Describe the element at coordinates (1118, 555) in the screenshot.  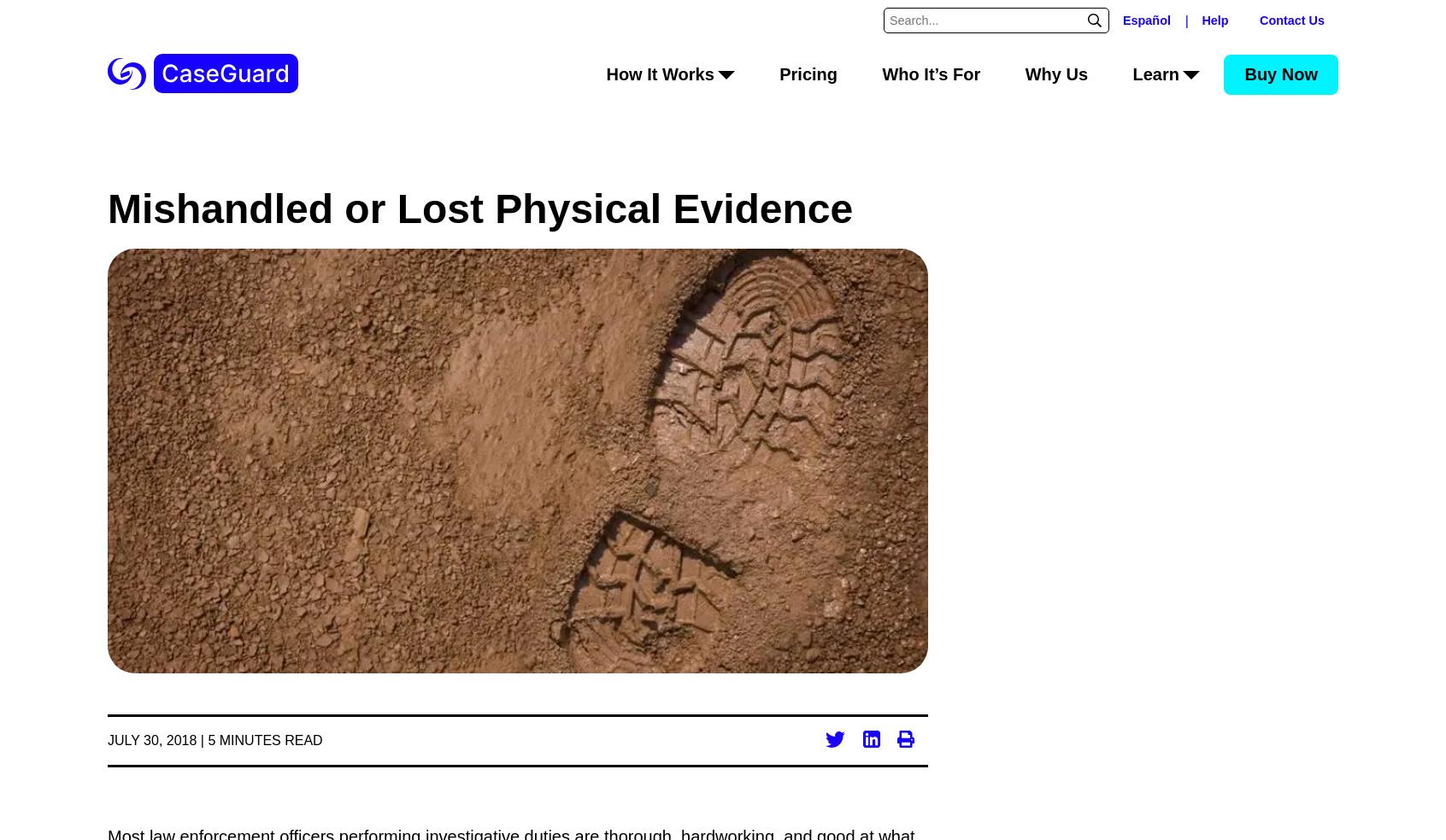
I see `'Documentation on how to install, set up and use CaseGuard’s products. A step-by-step instructions on how to use CaseGuard redaction.'` at that location.